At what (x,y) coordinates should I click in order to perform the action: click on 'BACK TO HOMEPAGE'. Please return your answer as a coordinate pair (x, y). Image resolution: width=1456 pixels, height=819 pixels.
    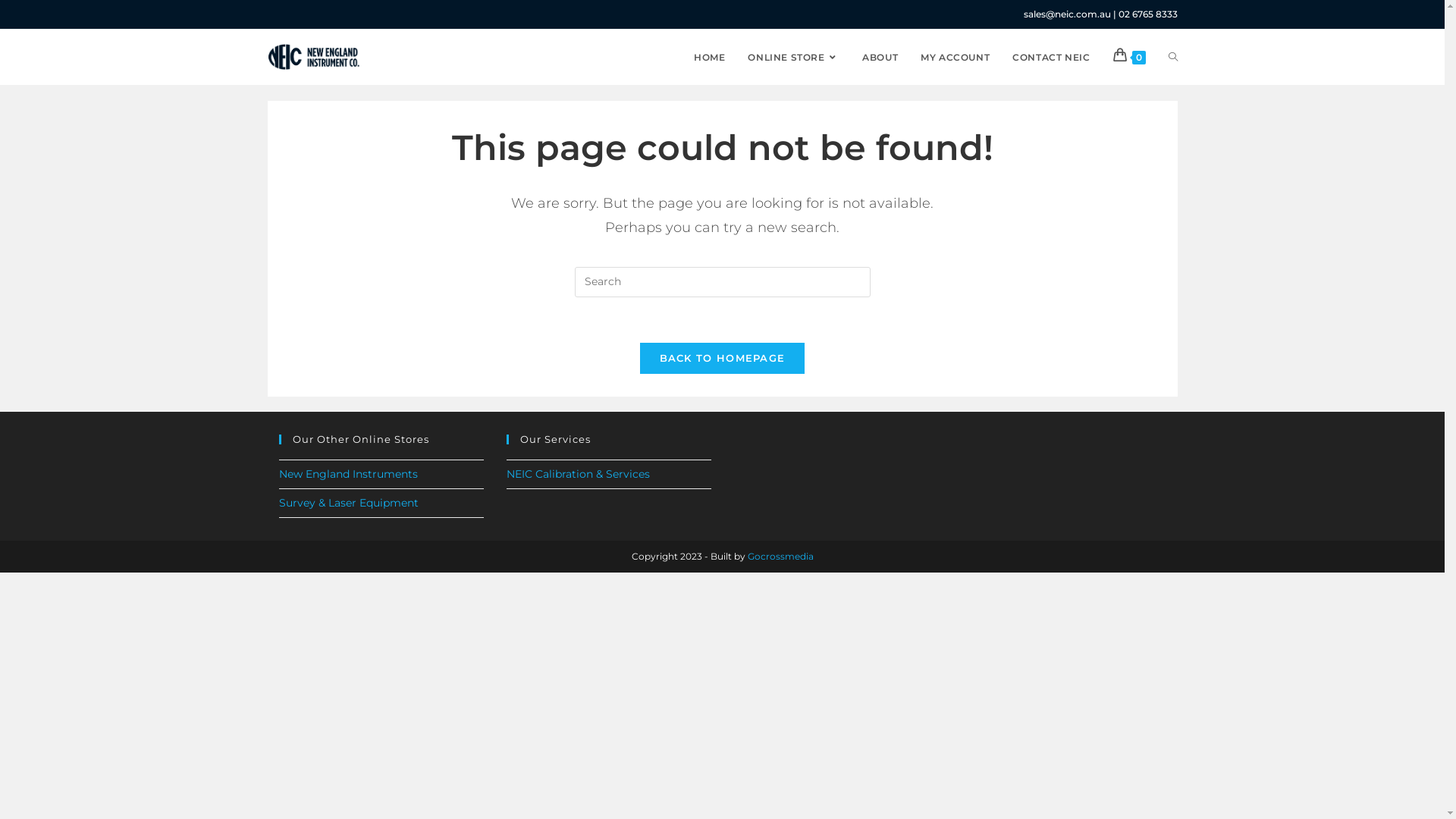
    Looking at the image, I should click on (722, 358).